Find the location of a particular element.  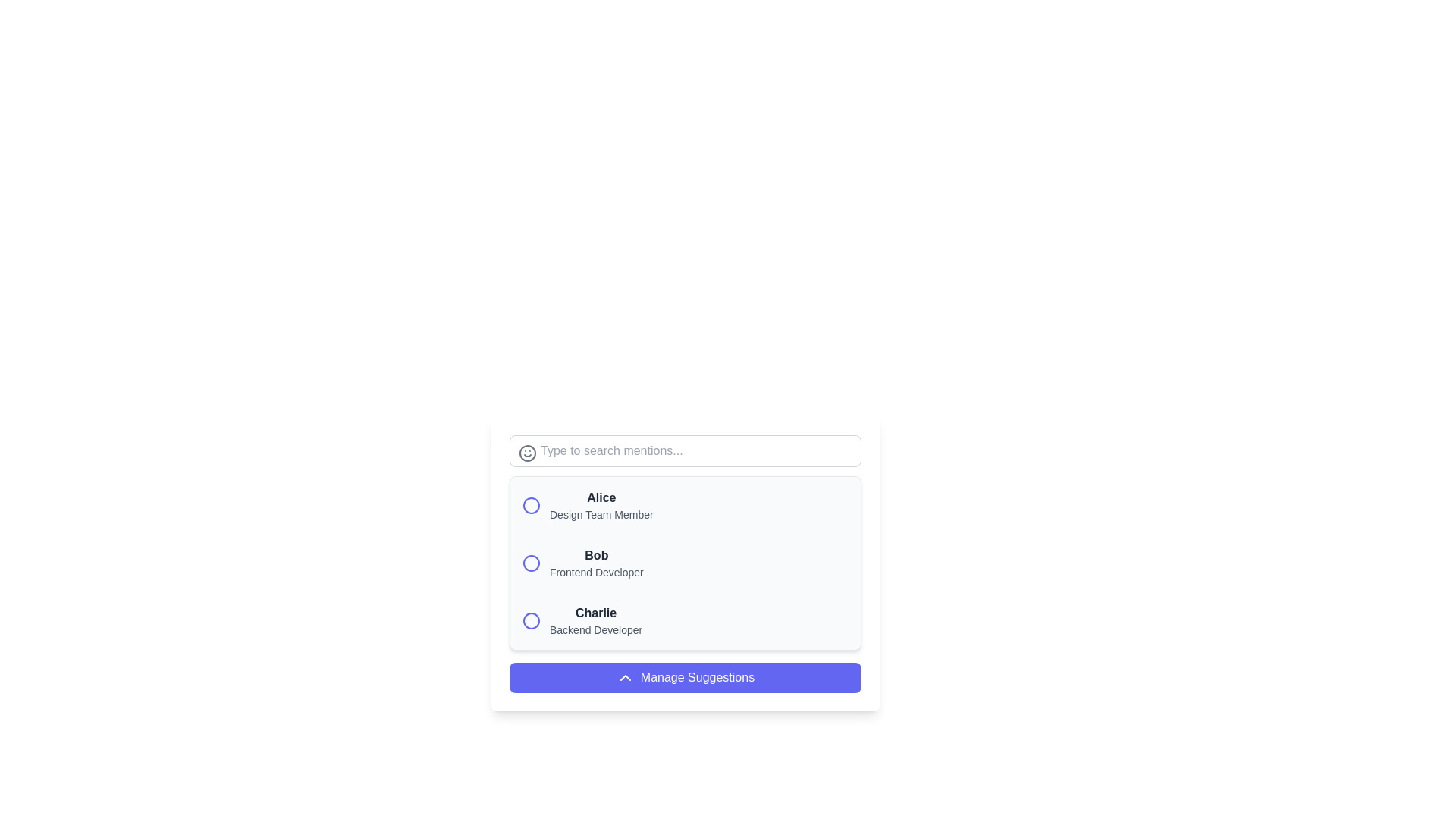

the text label displaying 'Design Team Member' in small, gray text positioned below 'Alice' in the list item is located at coordinates (601, 513).